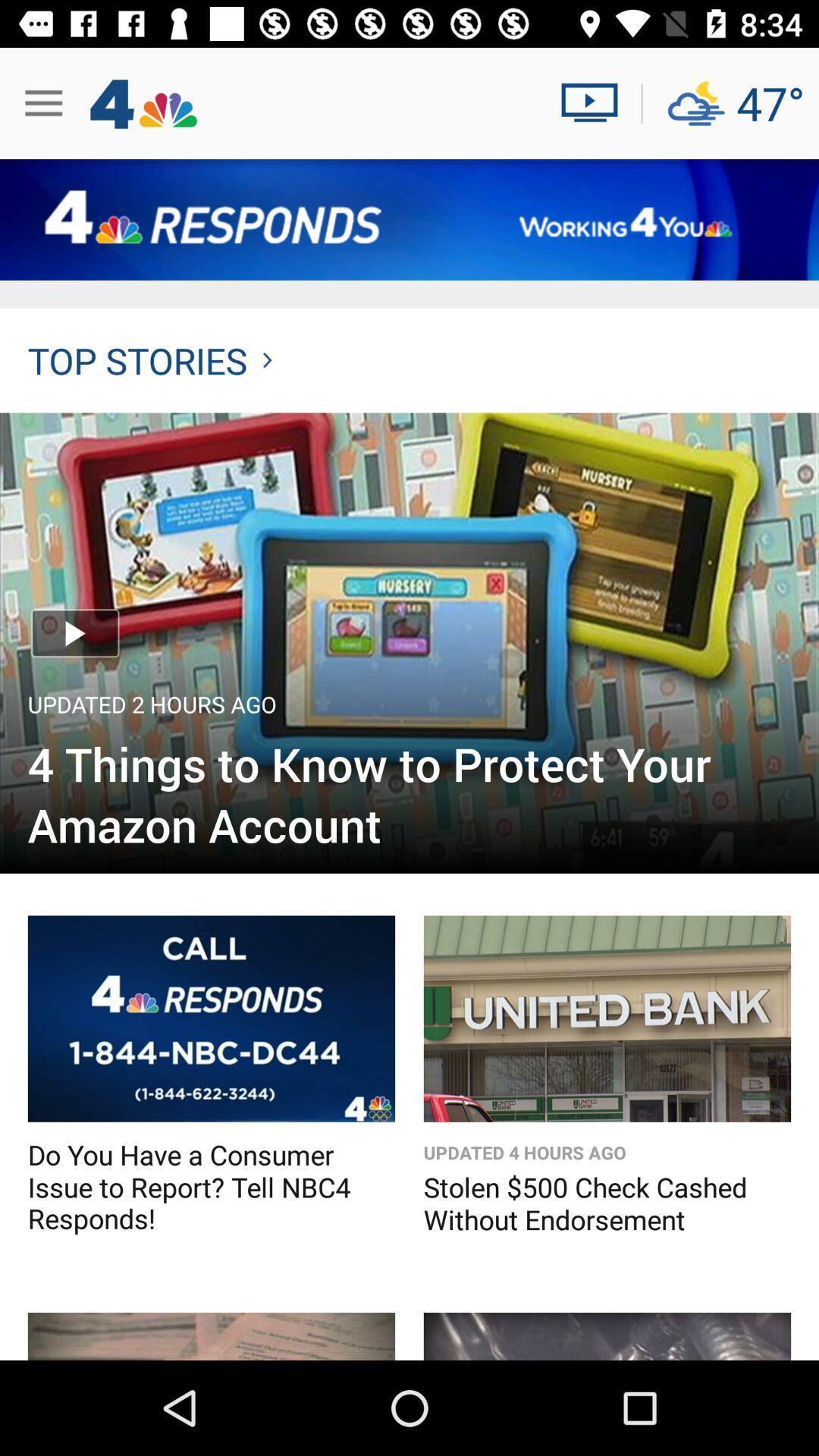  Describe the element at coordinates (211, 1336) in the screenshot. I see `new stories` at that location.